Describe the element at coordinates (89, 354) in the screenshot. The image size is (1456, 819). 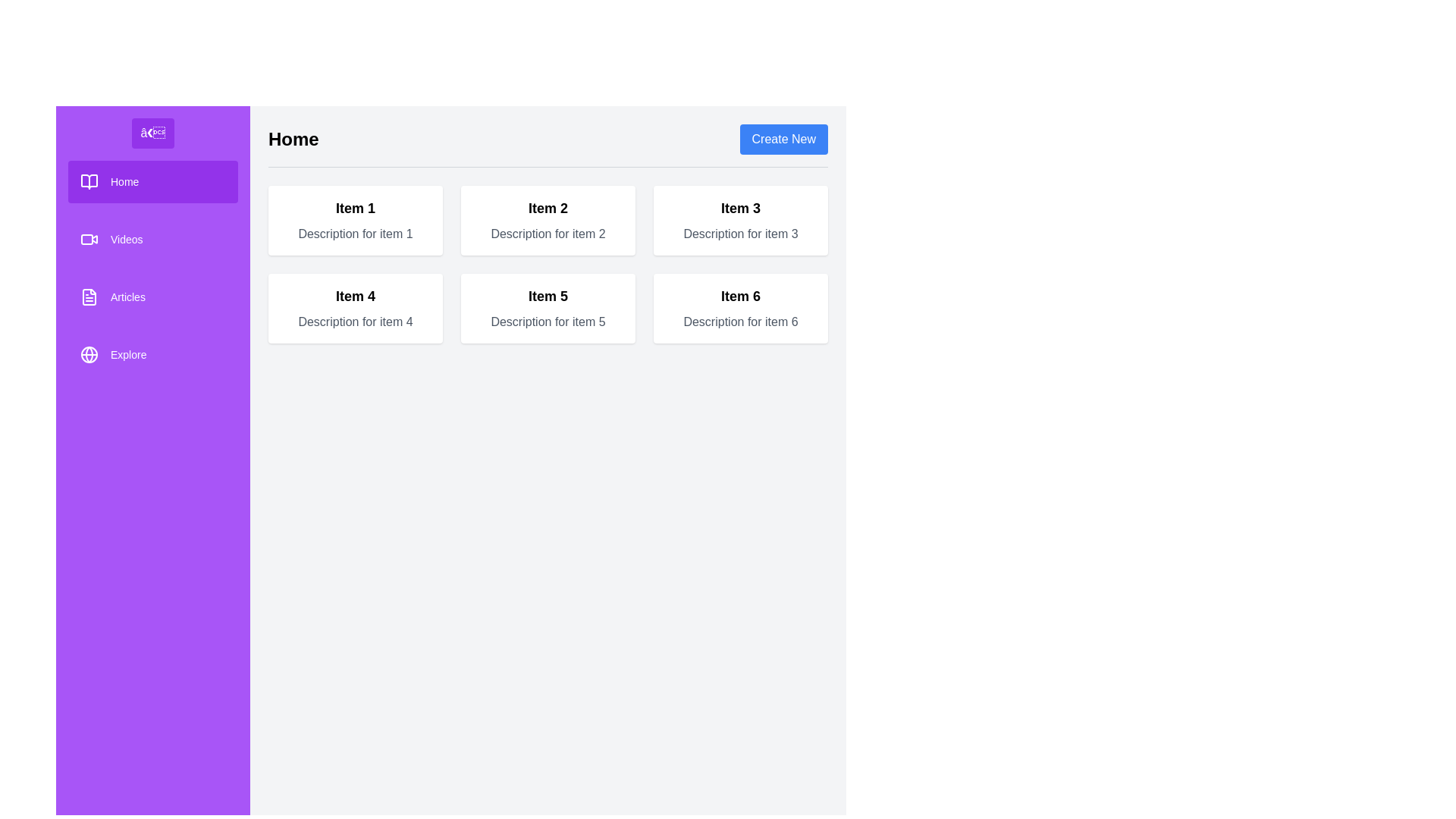
I see `the globe icon in the vertical navigation bar, labeled 'Explore'` at that location.